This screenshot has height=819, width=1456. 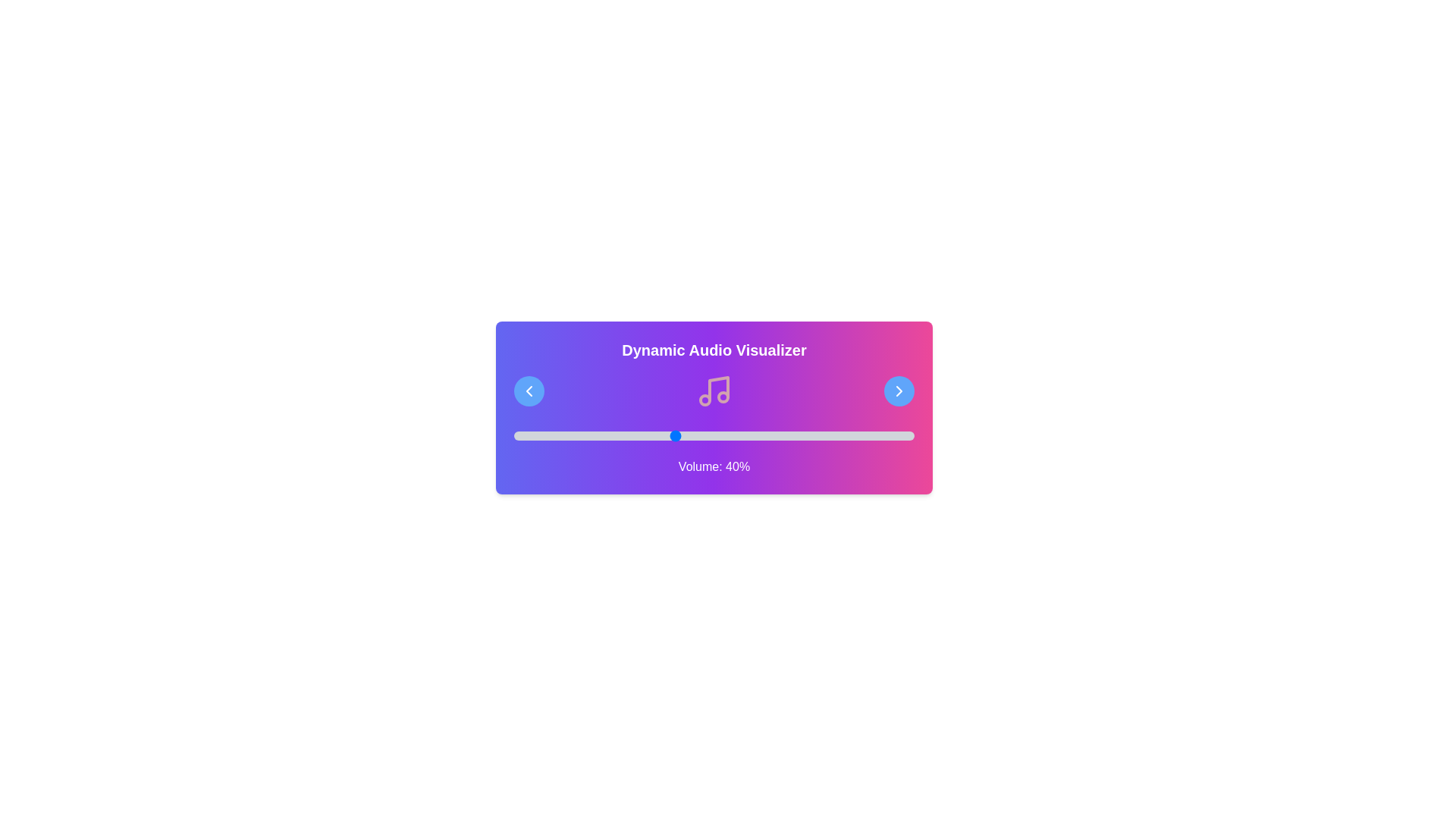 What do you see at coordinates (786, 435) in the screenshot?
I see `the volume slider to set the volume to 68%` at bounding box center [786, 435].